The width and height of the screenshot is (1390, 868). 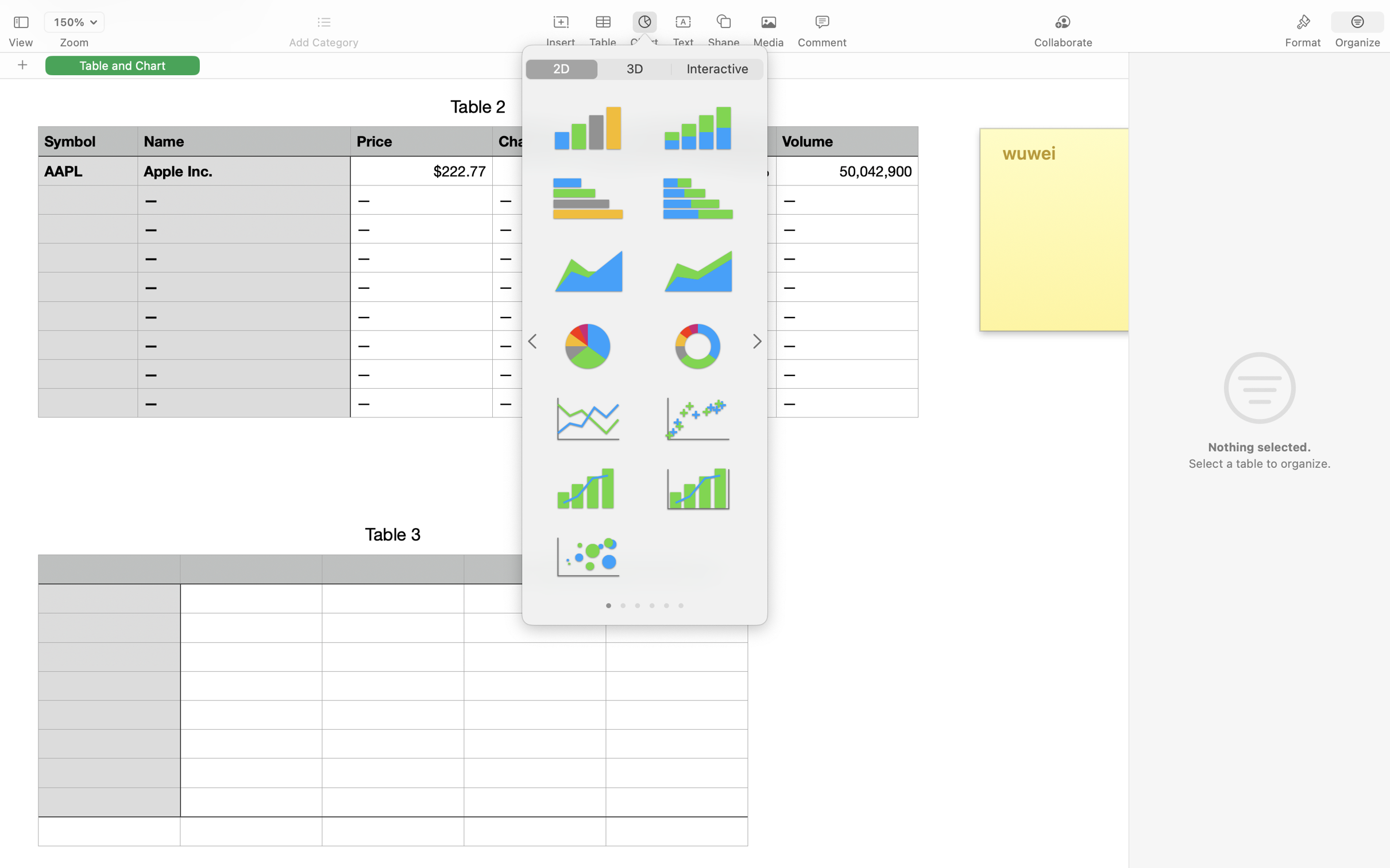 I want to click on 'Nothing selected.', so click(x=1258, y=447).